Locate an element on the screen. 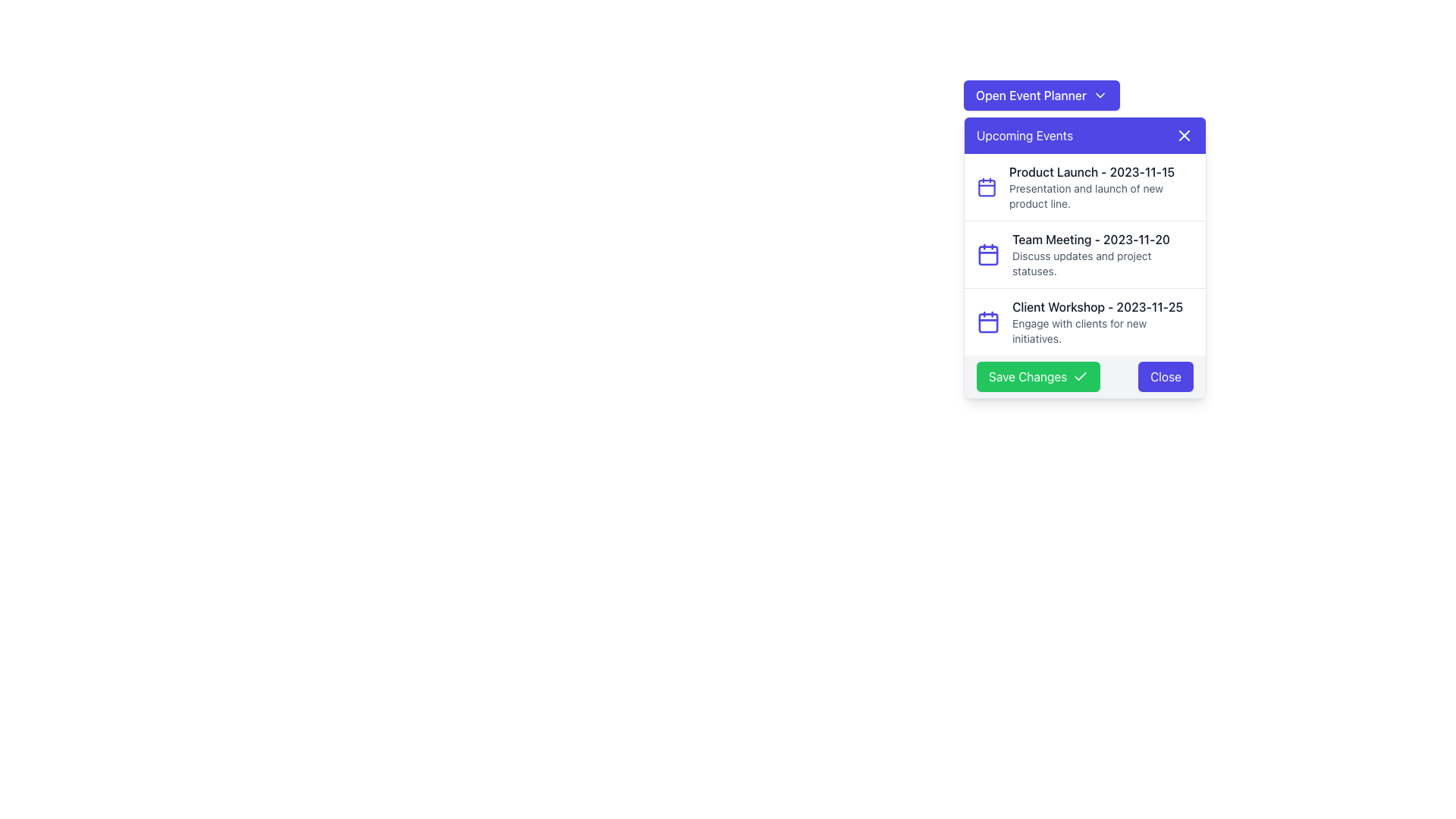 The image size is (1456, 819). the text block displaying the title 'Client Workshop - 2023-11-25' located in the 'Upcoming Events' panel as the third item in the list is located at coordinates (1103, 321).